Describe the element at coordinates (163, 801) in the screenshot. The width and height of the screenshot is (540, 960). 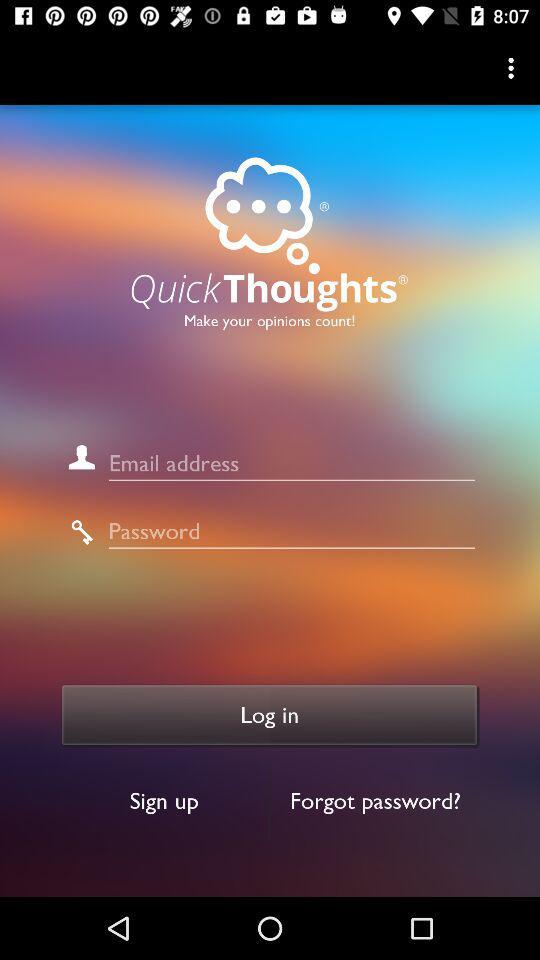
I see `item at the bottom left corner` at that location.